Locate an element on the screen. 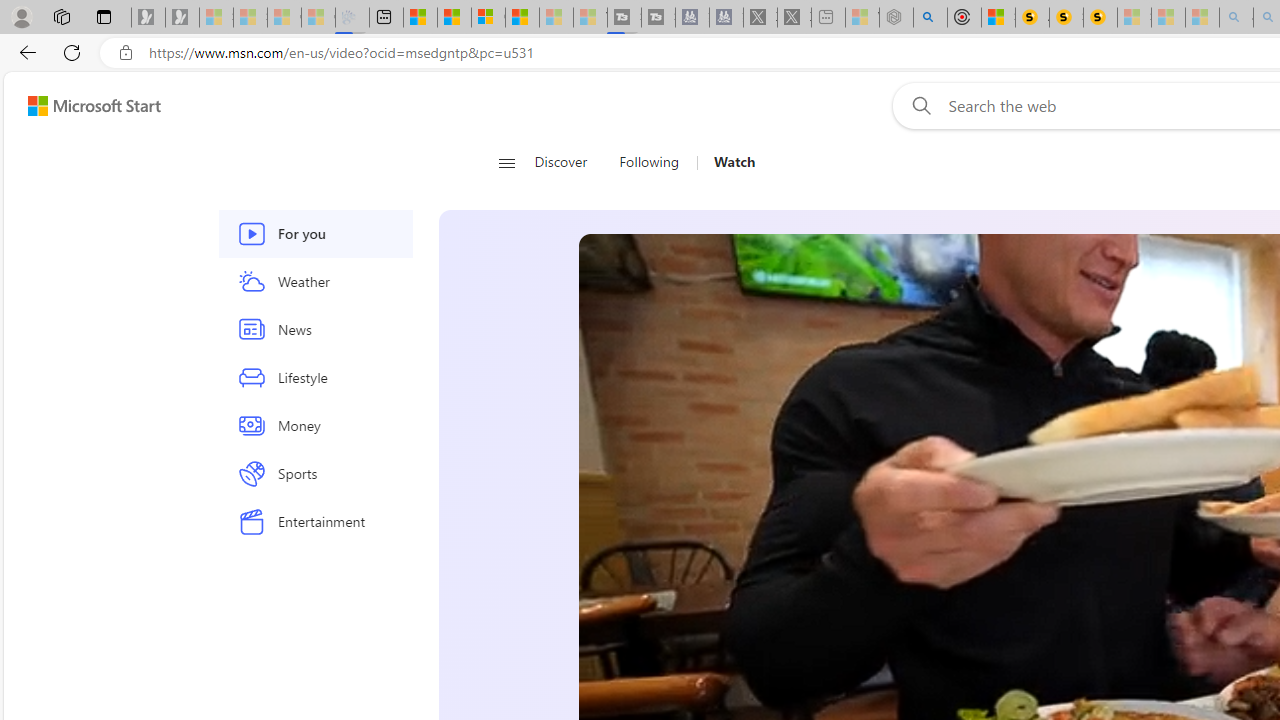 This screenshot has width=1280, height=720. 'Wildlife - MSN - Sleeping' is located at coordinates (862, 17).